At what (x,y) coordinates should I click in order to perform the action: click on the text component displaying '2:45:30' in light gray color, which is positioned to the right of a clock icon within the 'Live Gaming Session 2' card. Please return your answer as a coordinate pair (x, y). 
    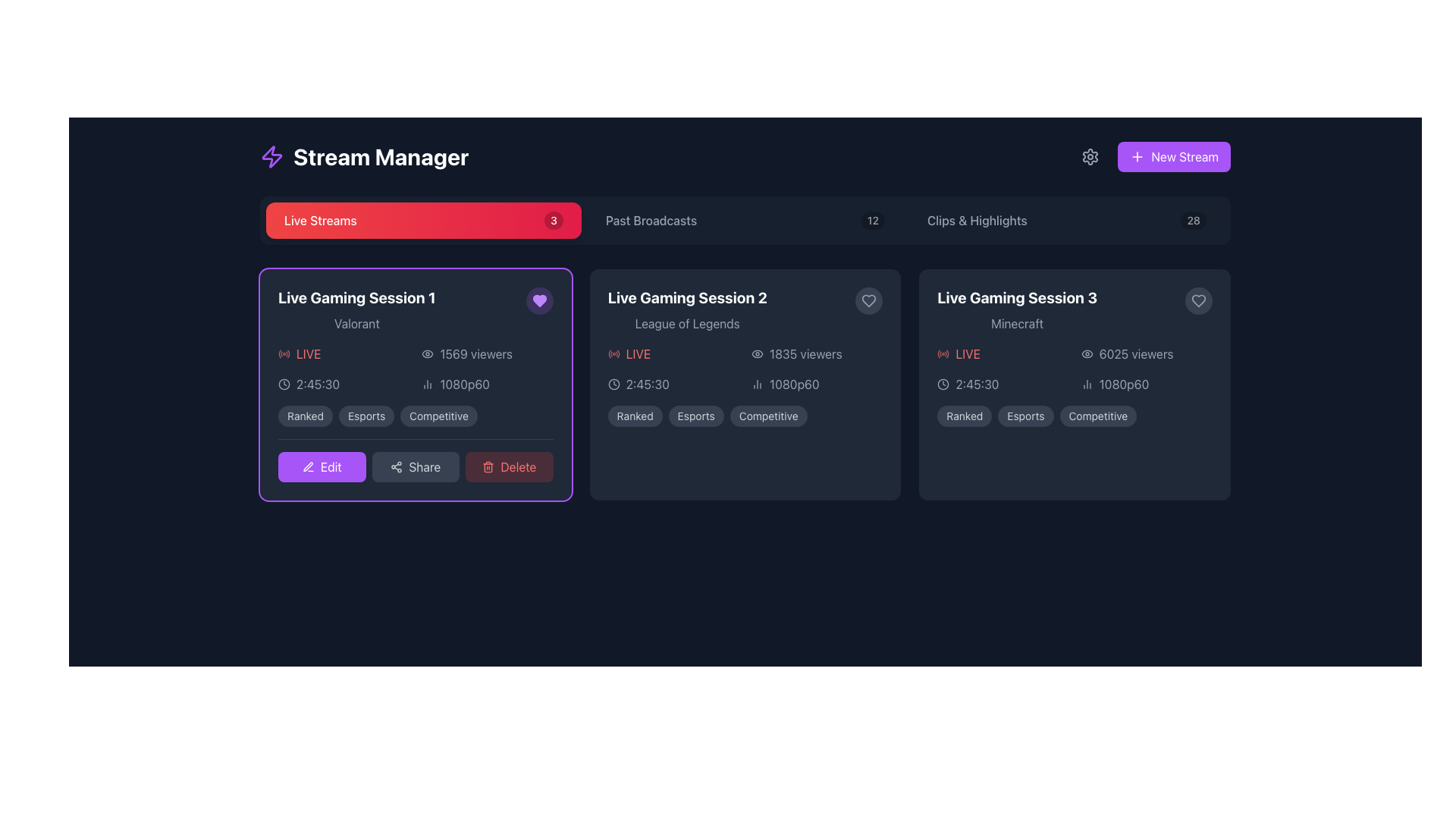
    Looking at the image, I should click on (648, 383).